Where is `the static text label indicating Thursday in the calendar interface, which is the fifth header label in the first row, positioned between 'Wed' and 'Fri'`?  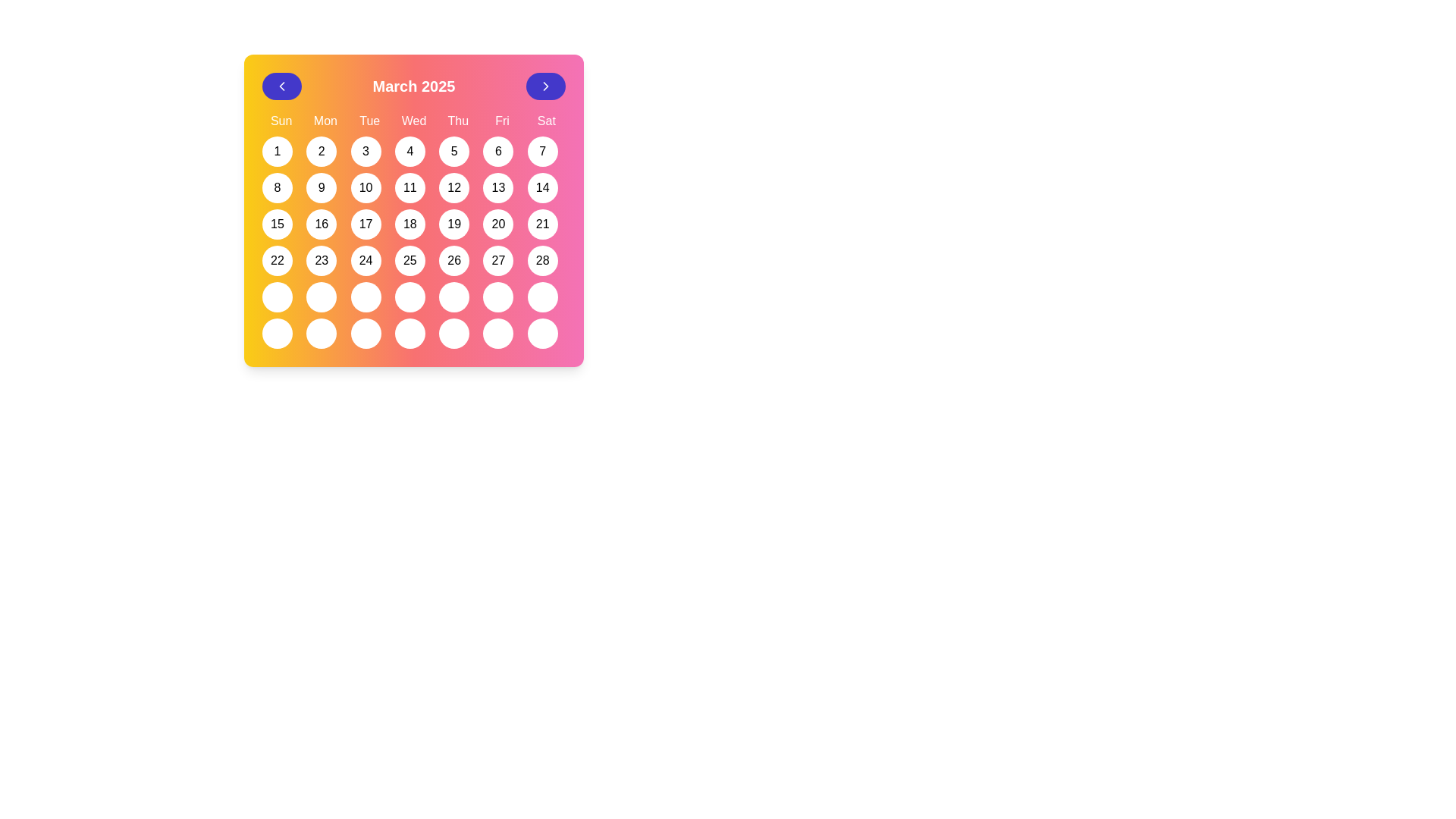 the static text label indicating Thursday in the calendar interface, which is the fifth header label in the first row, positioned between 'Wed' and 'Fri' is located at coordinates (457, 120).